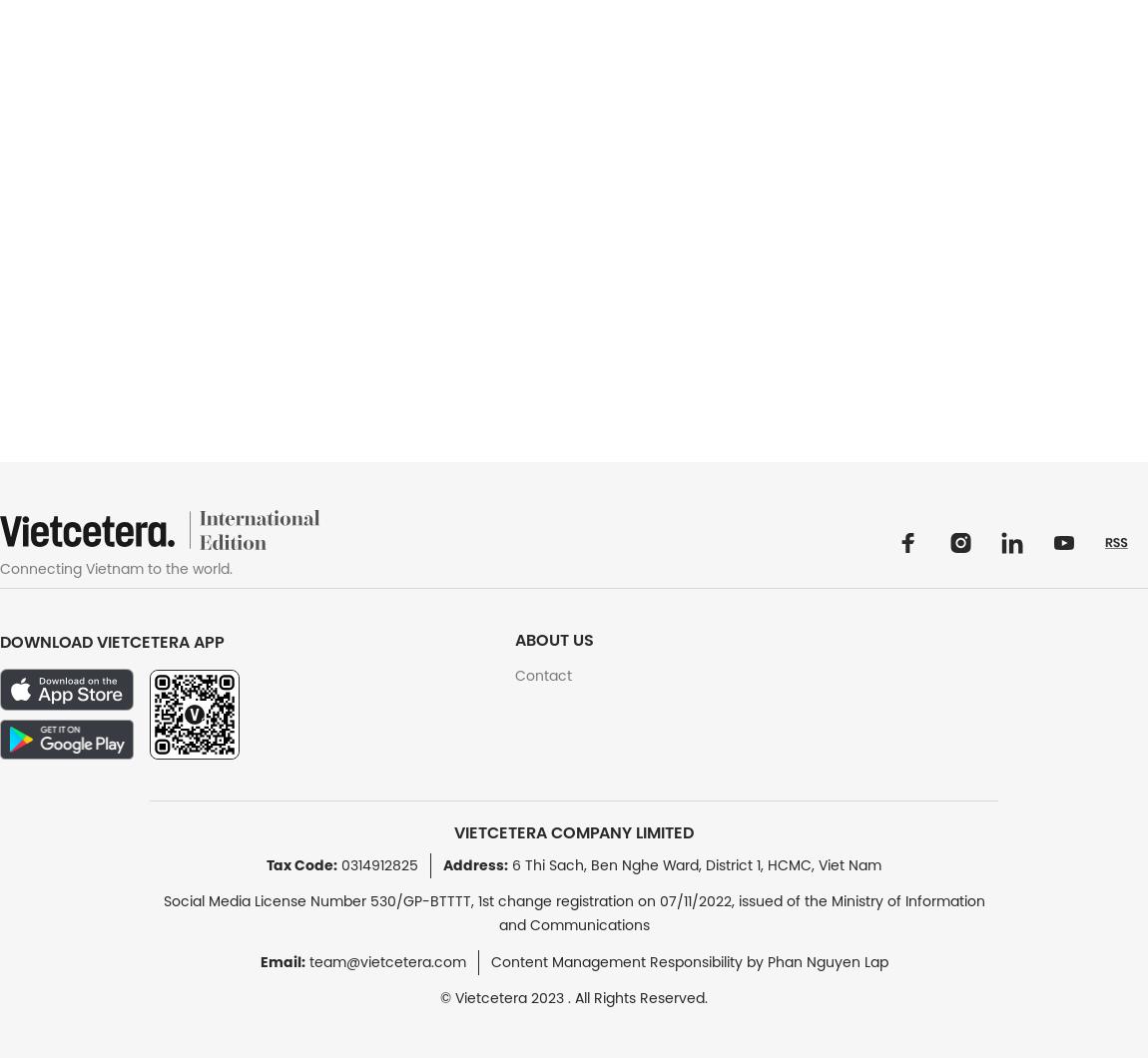 This screenshot has height=1058, width=1148. Describe the element at coordinates (554, 640) in the screenshot. I see `'About us'` at that location.